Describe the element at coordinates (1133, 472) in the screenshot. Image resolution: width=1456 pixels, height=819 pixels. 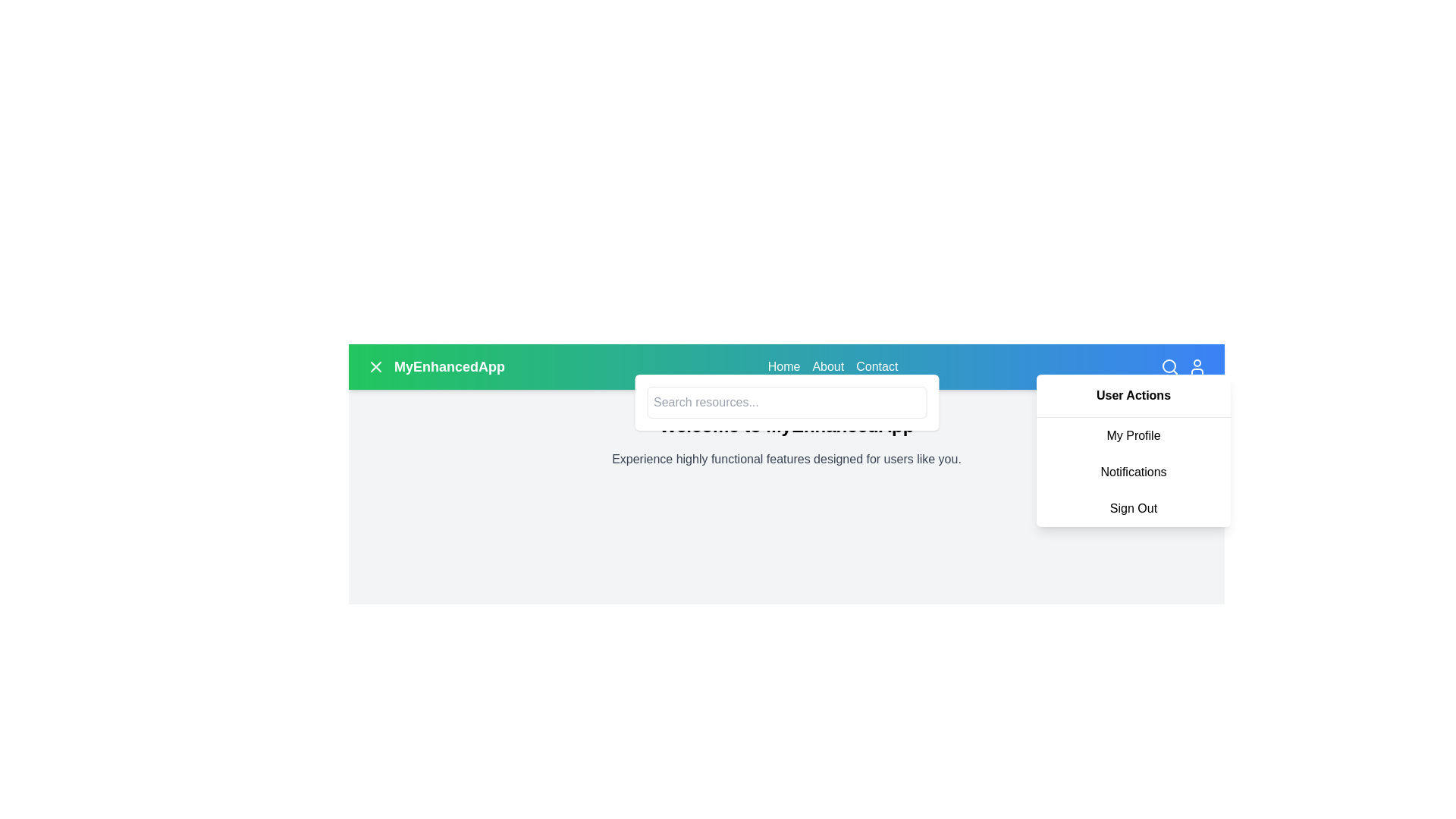
I see `the 'Notifications' text-based navigation item in the drop-down menu under 'User Actions' to change its background color to light gray` at that location.